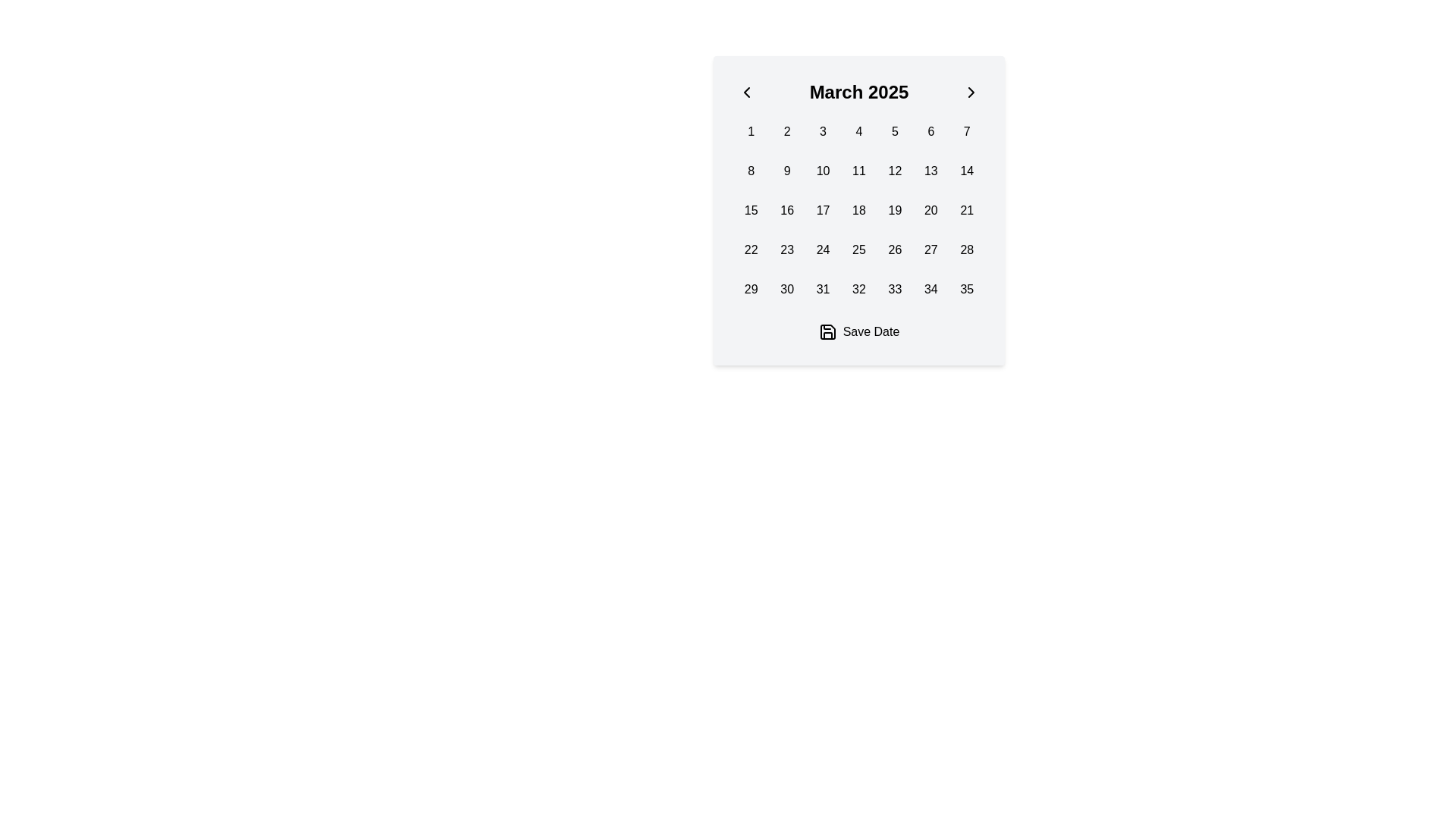 This screenshot has height=819, width=1456. Describe the element at coordinates (822, 171) in the screenshot. I see `the rectangular button displaying the digit '10' located in the numeric button grid under the 'March 2025' calendar widget` at that location.